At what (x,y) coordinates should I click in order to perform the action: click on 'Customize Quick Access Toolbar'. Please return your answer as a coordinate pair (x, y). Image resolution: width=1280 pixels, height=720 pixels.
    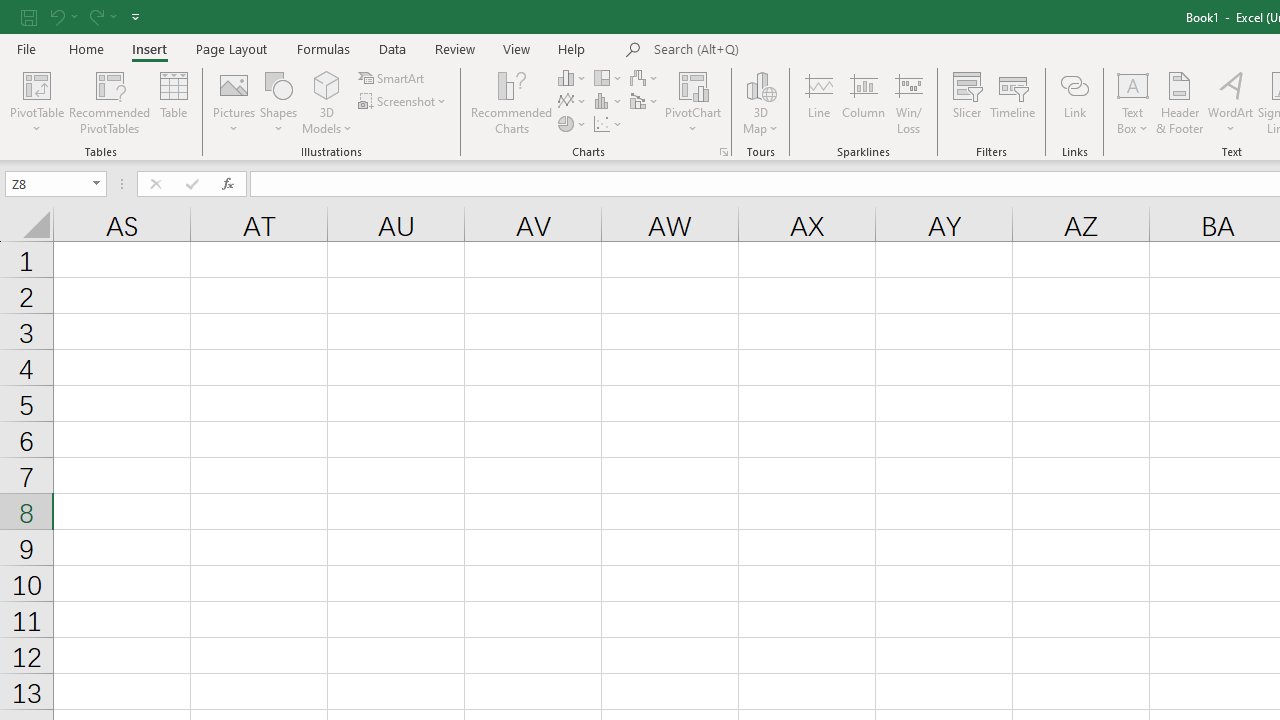
    Looking at the image, I should click on (134, 16).